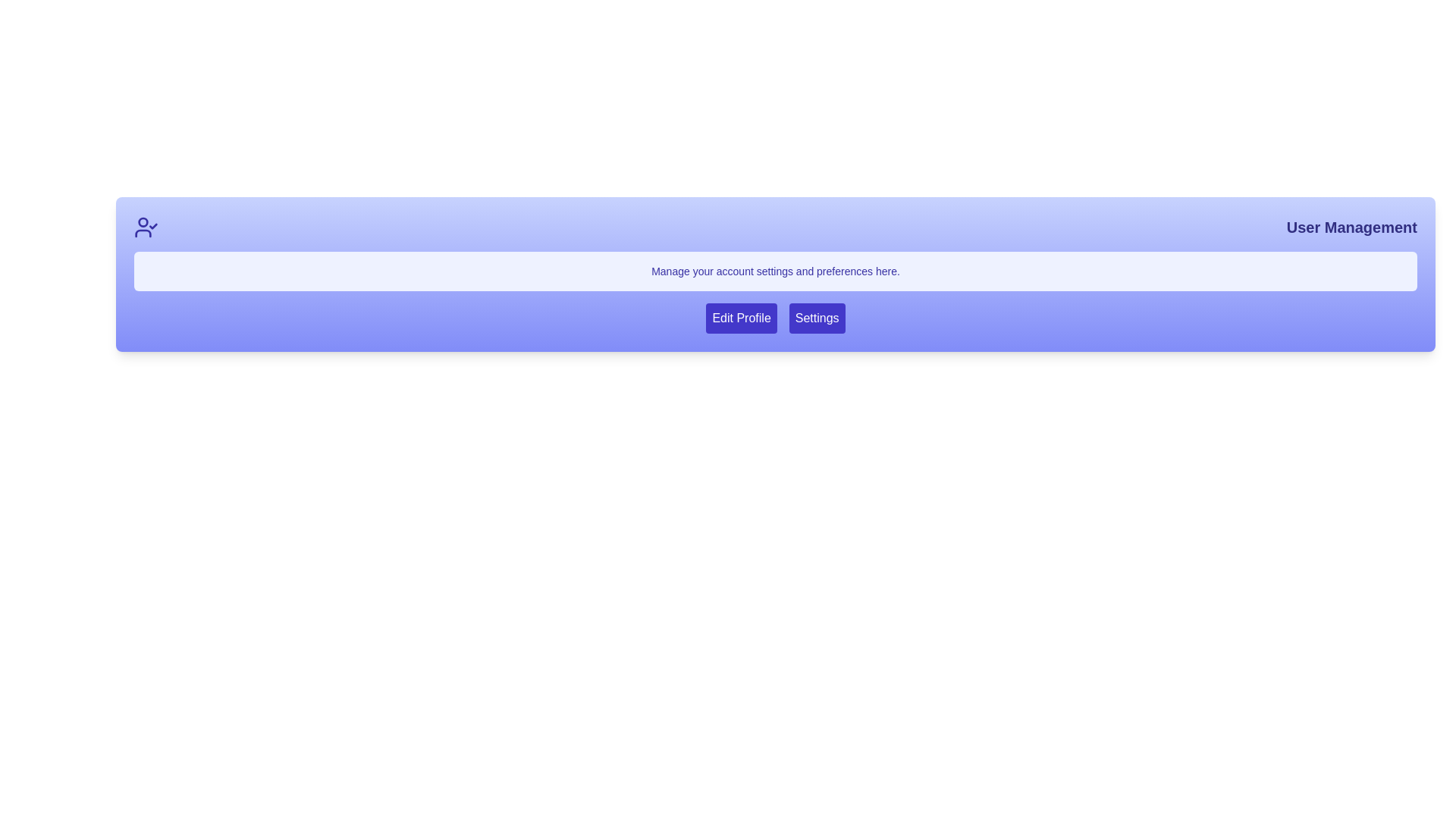 Image resolution: width=1456 pixels, height=819 pixels. Describe the element at coordinates (143, 222) in the screenshot. I see `attributes of the small blue filled circle located near the top-left side of the user profile icon with a checkmark` at that location.